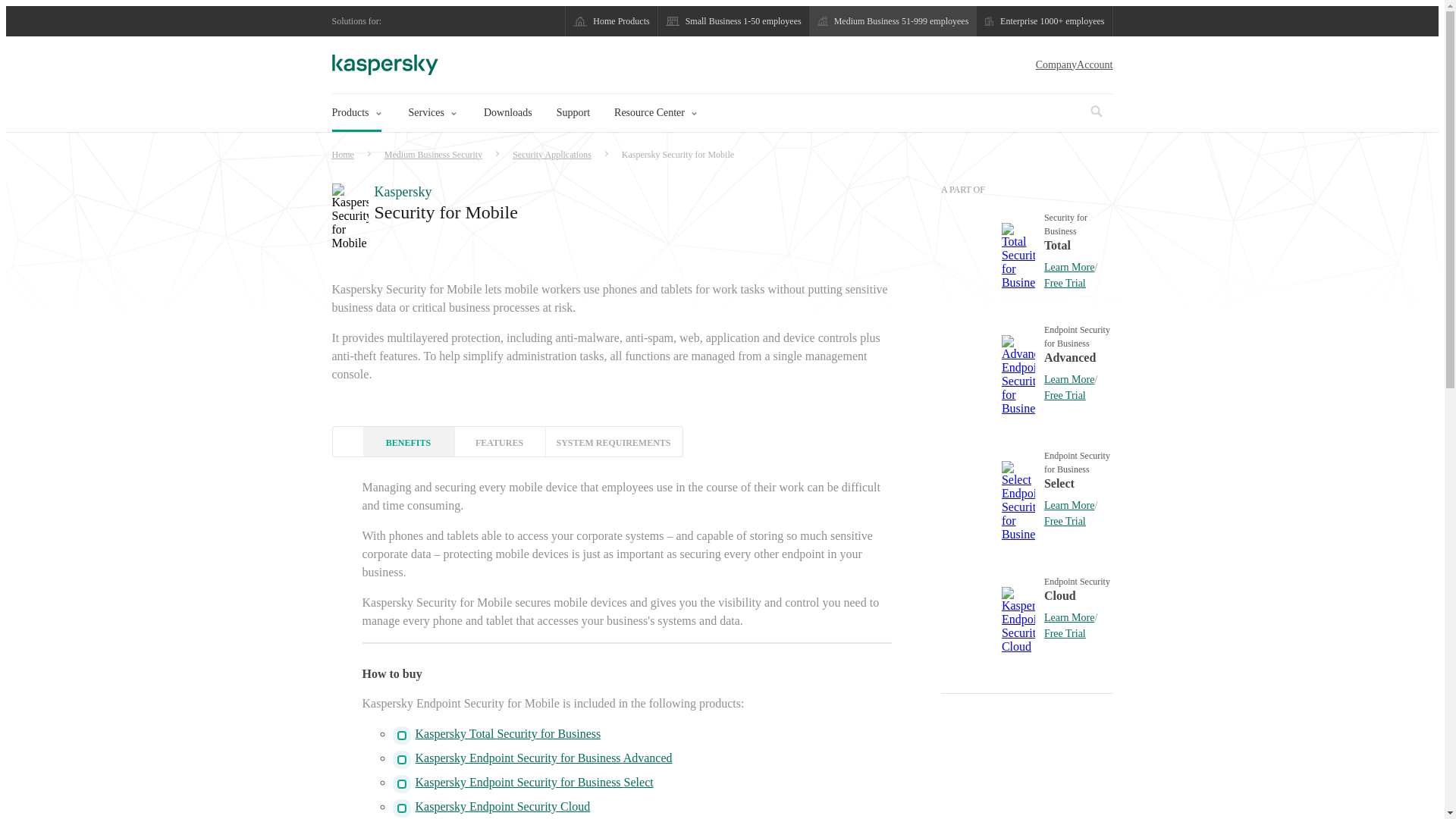 This screenshot has height=819, width=1456. I want to click on 'Resource Center', so click(693, 112).